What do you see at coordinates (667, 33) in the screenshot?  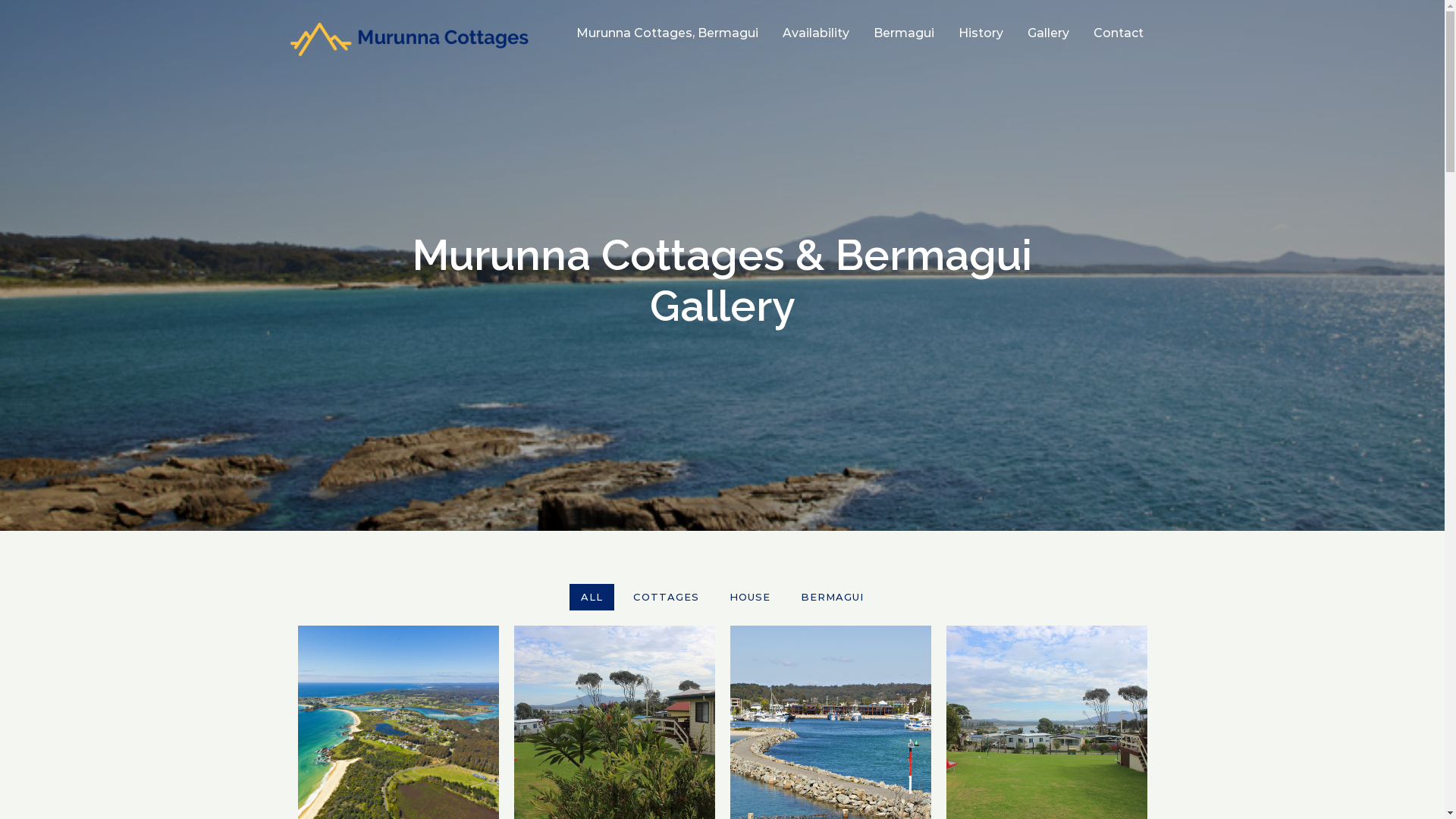 I see `'Murunna Cottages, Bermagui'` at bounding box center [667, 33].